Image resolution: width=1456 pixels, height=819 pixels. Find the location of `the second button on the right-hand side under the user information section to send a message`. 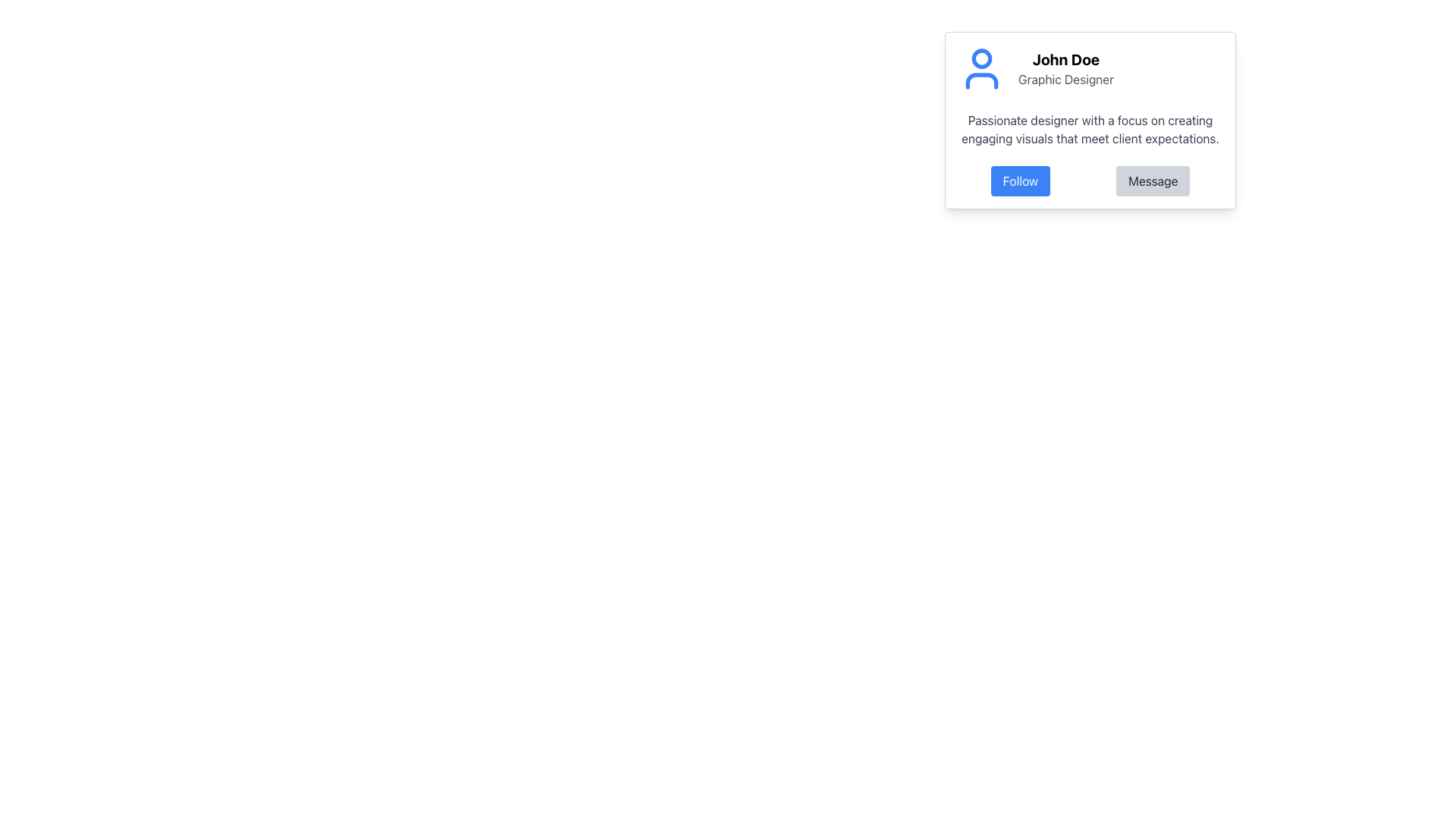

the second button on the right-hand side under the user information section to send a message is located at coordinates (1153, 180).